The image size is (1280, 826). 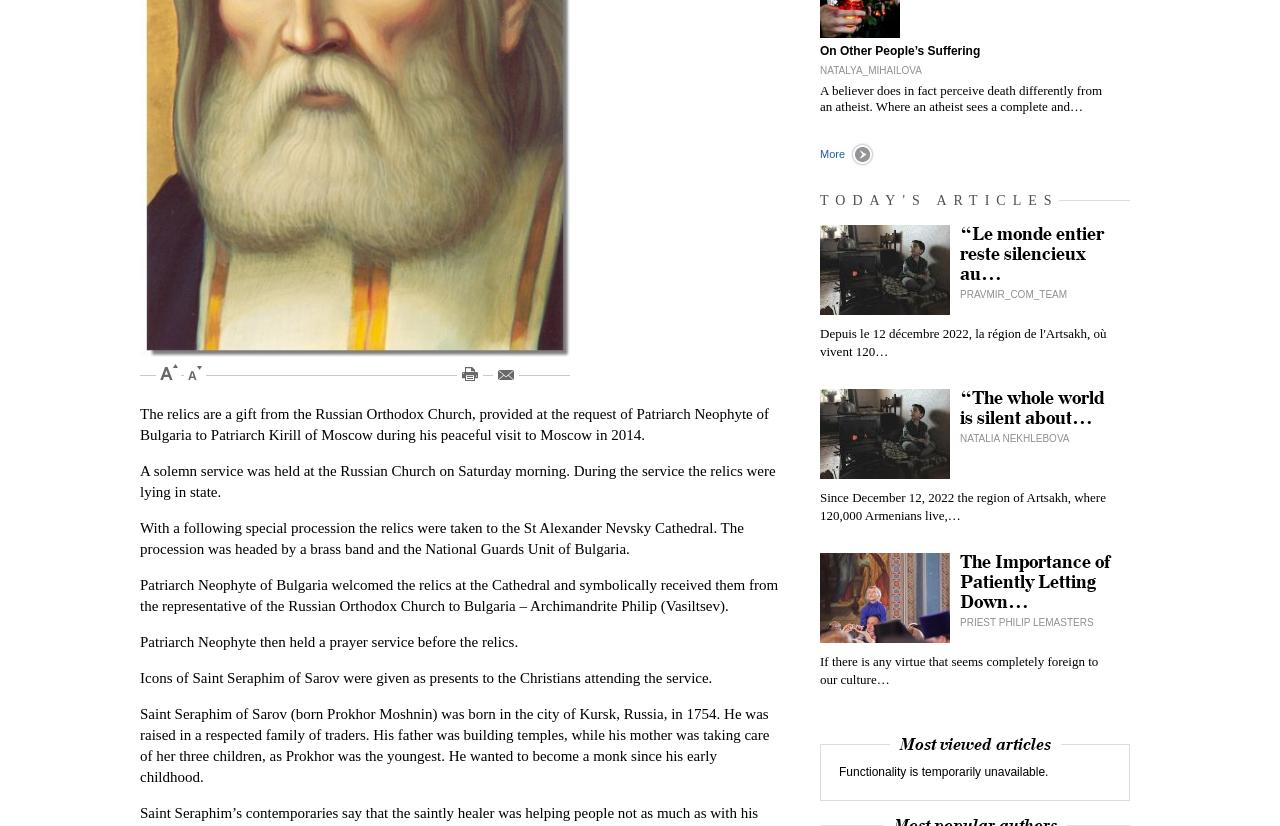 What do you see at coordinates (440, 538) in the screenshot?
I see `'With a following special procession the relics were taken to the St Alexander Nevsky Cathedral. The procession was headed by a brass band and the National Guards Unit of Bulgaria.'` at bounding box center [440, 538].